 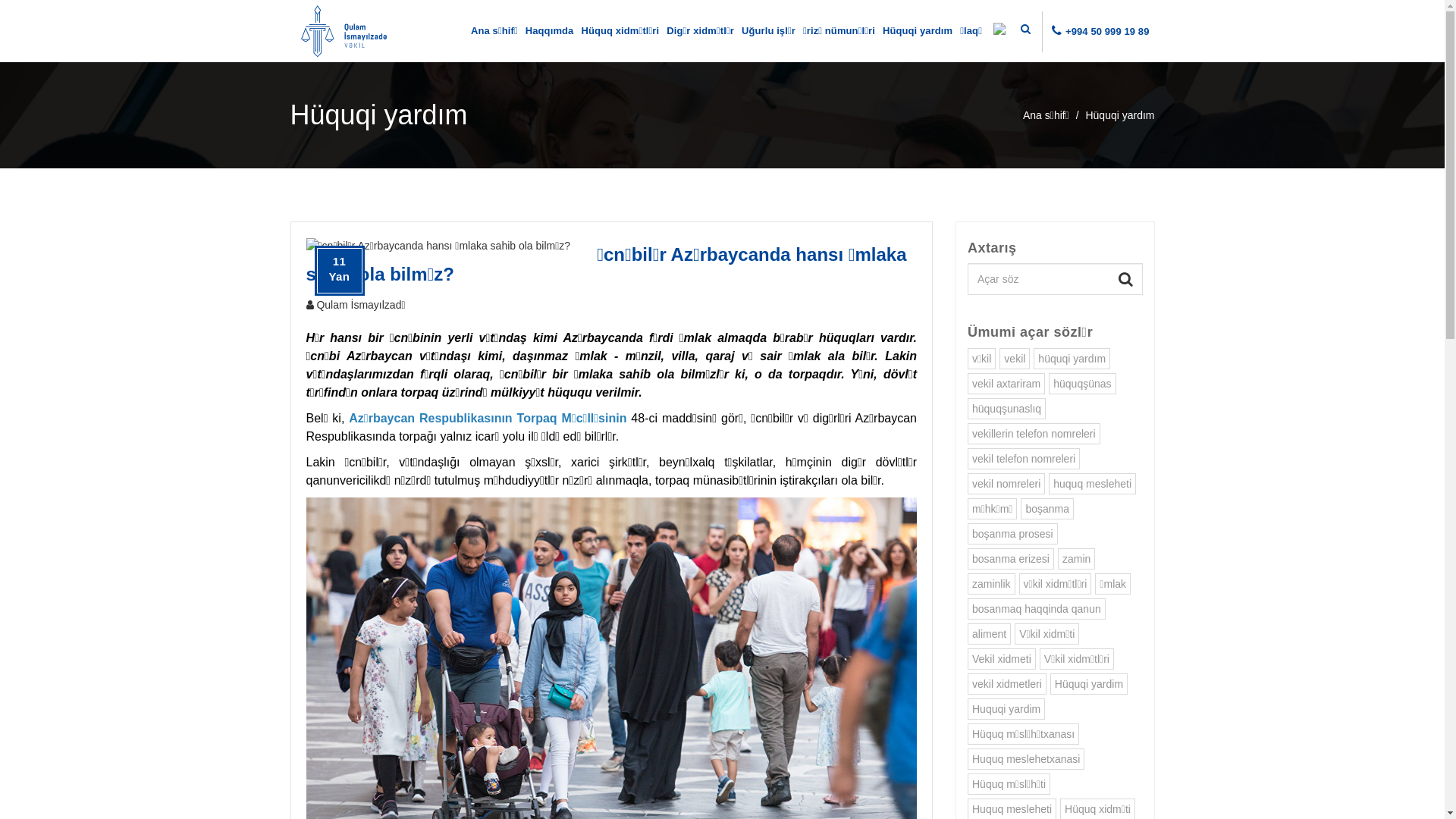 What do you see at coordinates (1026, 759) in the screenshot?
I see `'Huquq meslehetxanasi'` at bounding box center [1026, 759].